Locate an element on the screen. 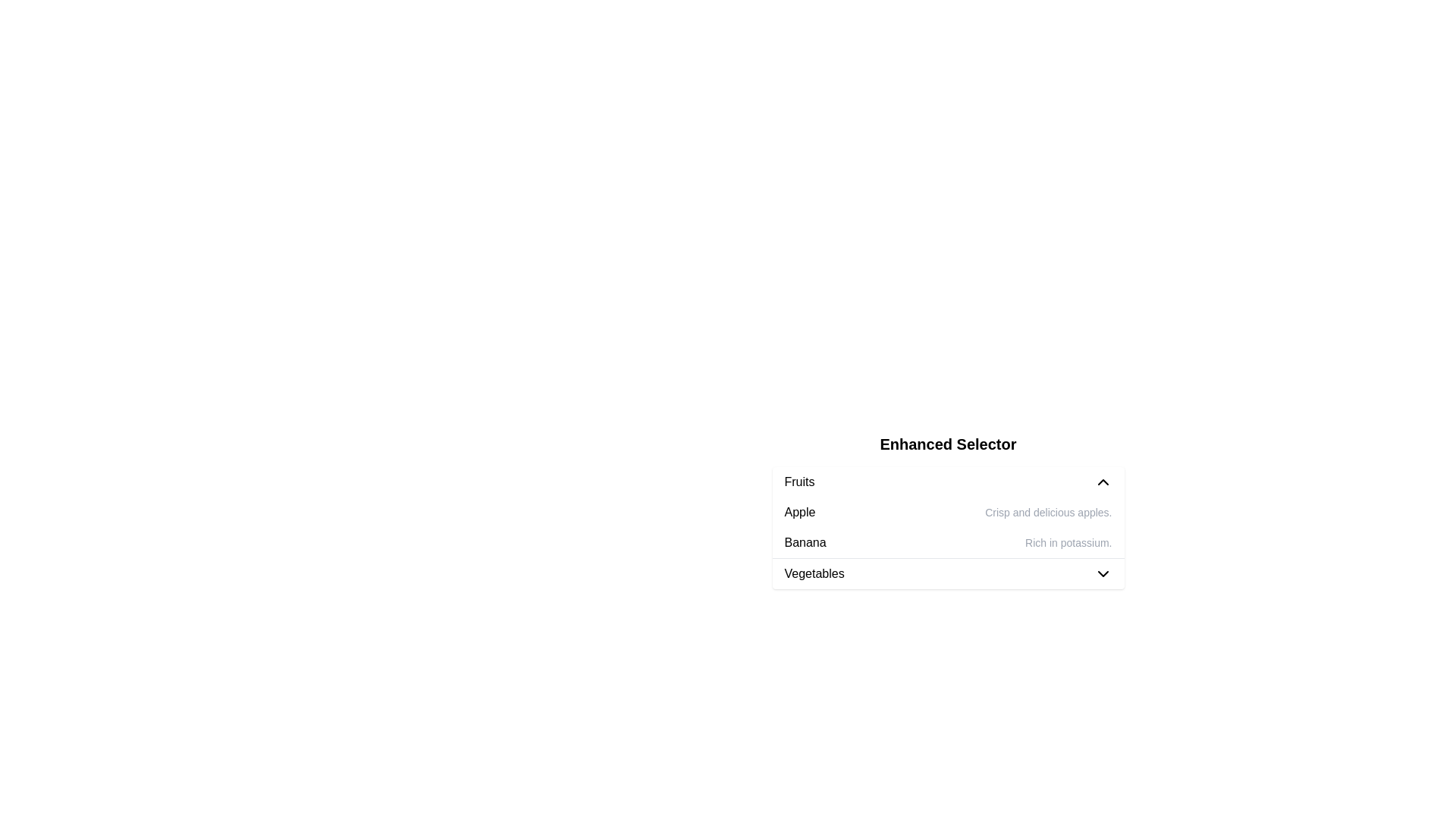 The image size is (1456, 819). the text label reading 'Crisp and delicious apples.' which is styled in a small, gray font and located within the dropdown menu of the 'Fruits' section is located at coordinates (1047, 512).